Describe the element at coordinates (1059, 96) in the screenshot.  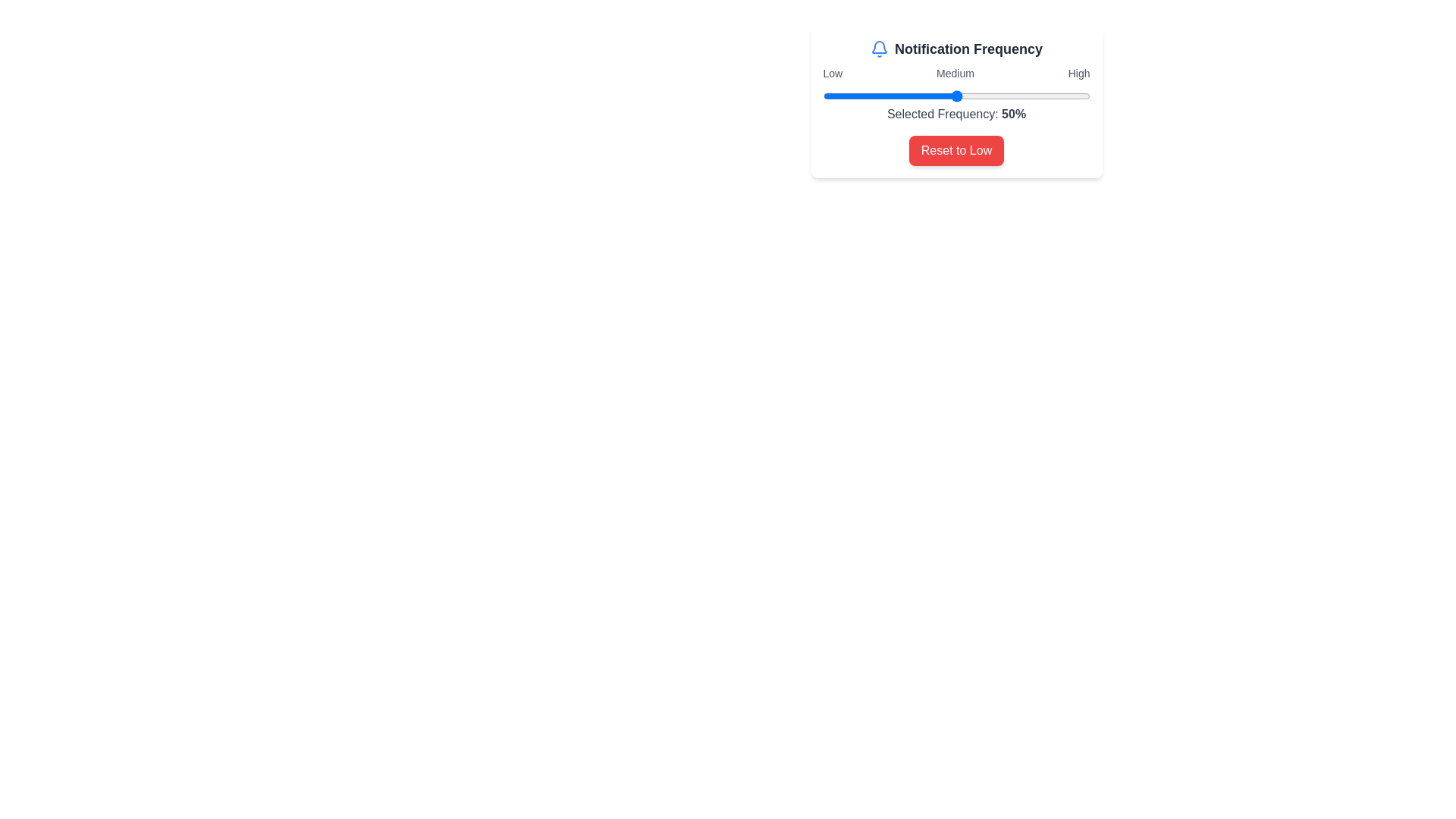
I see `the notification frequency slider to 89%` at that location.